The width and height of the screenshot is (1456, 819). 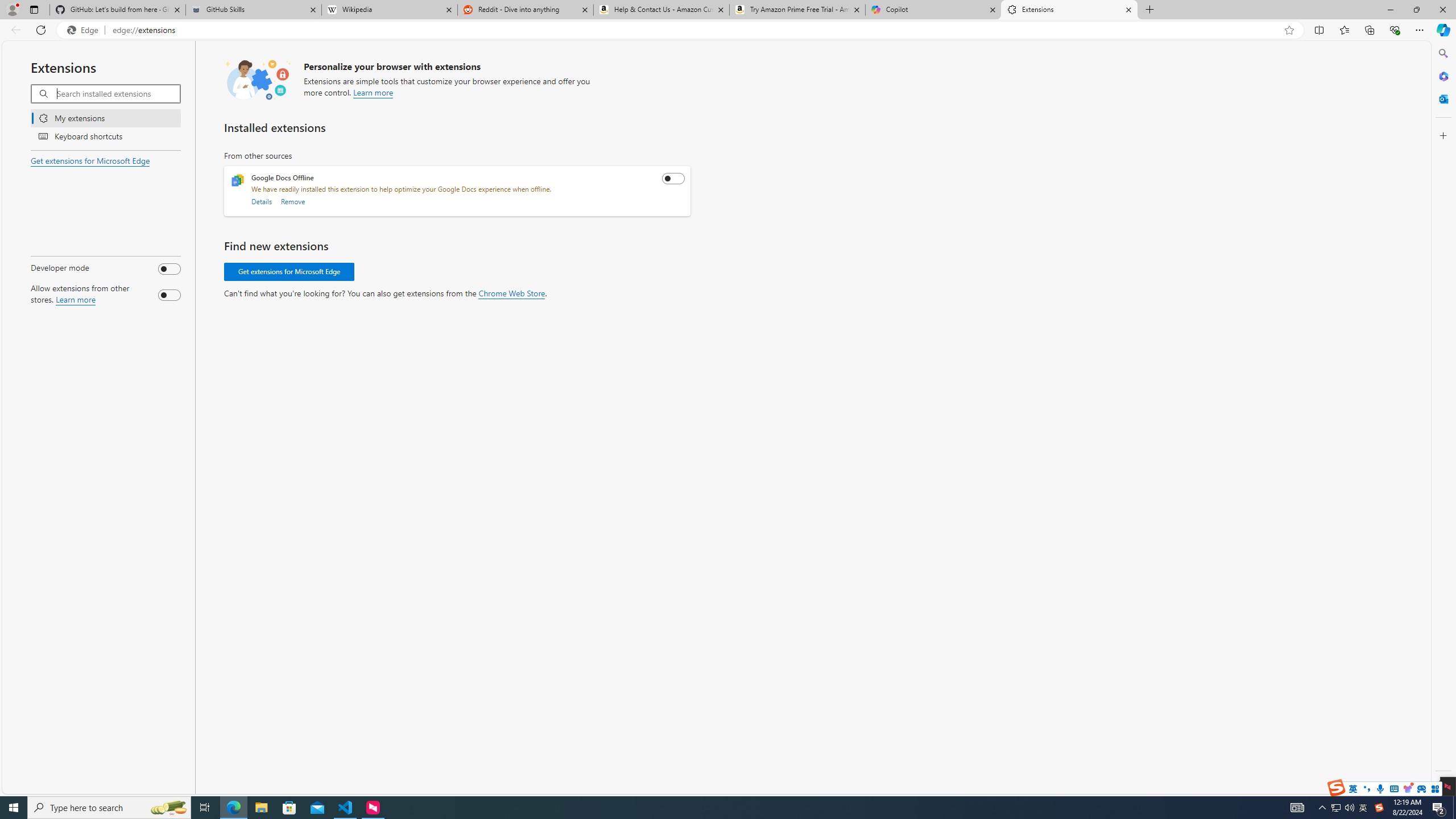 I want to click on 'Get extensions for Microsoft Edge', so click(x=90, y=160).